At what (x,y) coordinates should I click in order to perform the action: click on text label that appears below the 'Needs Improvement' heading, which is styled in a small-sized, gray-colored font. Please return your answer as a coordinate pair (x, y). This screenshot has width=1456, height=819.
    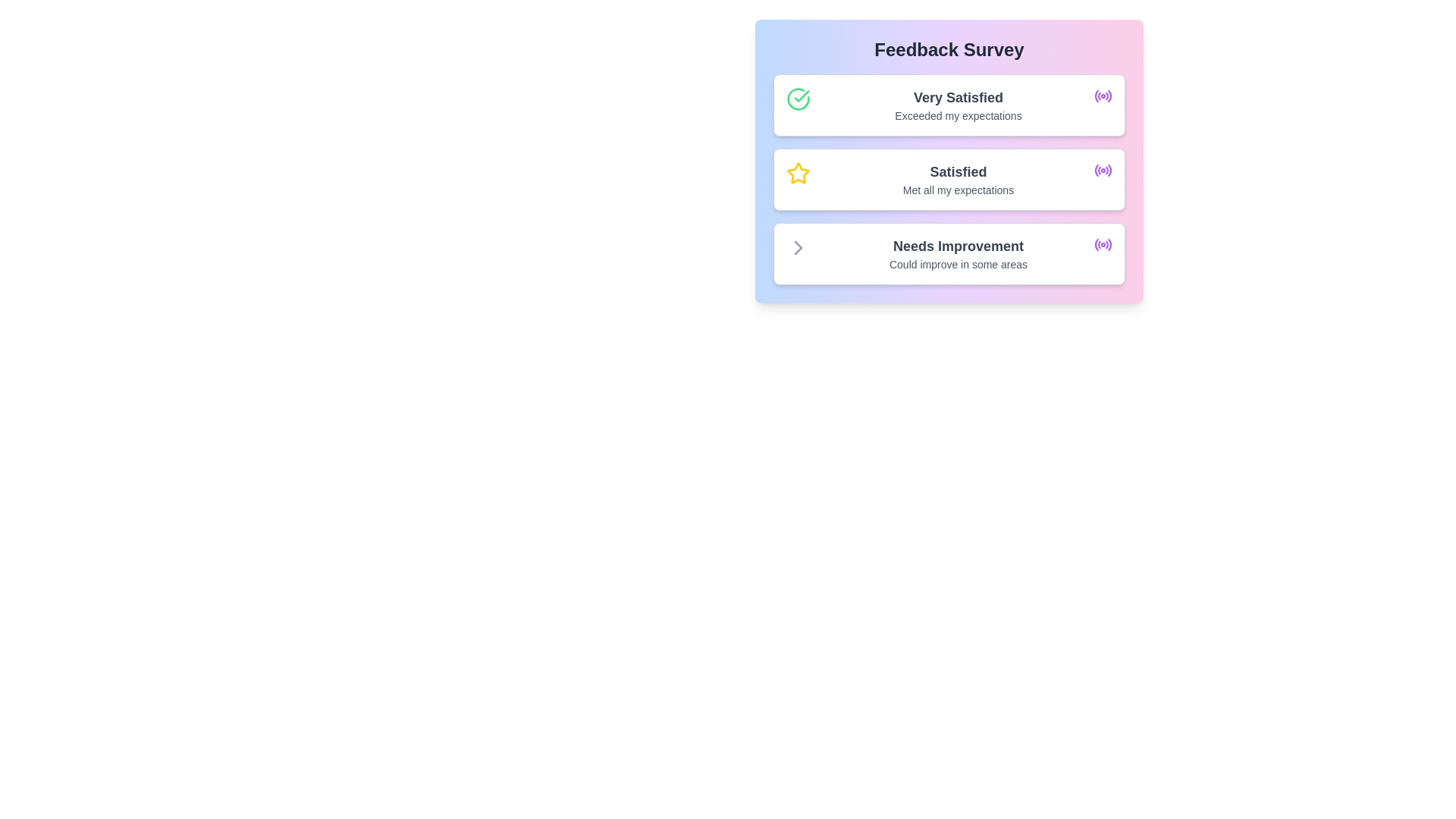
    Looking at the image, I should click on (957, 263).